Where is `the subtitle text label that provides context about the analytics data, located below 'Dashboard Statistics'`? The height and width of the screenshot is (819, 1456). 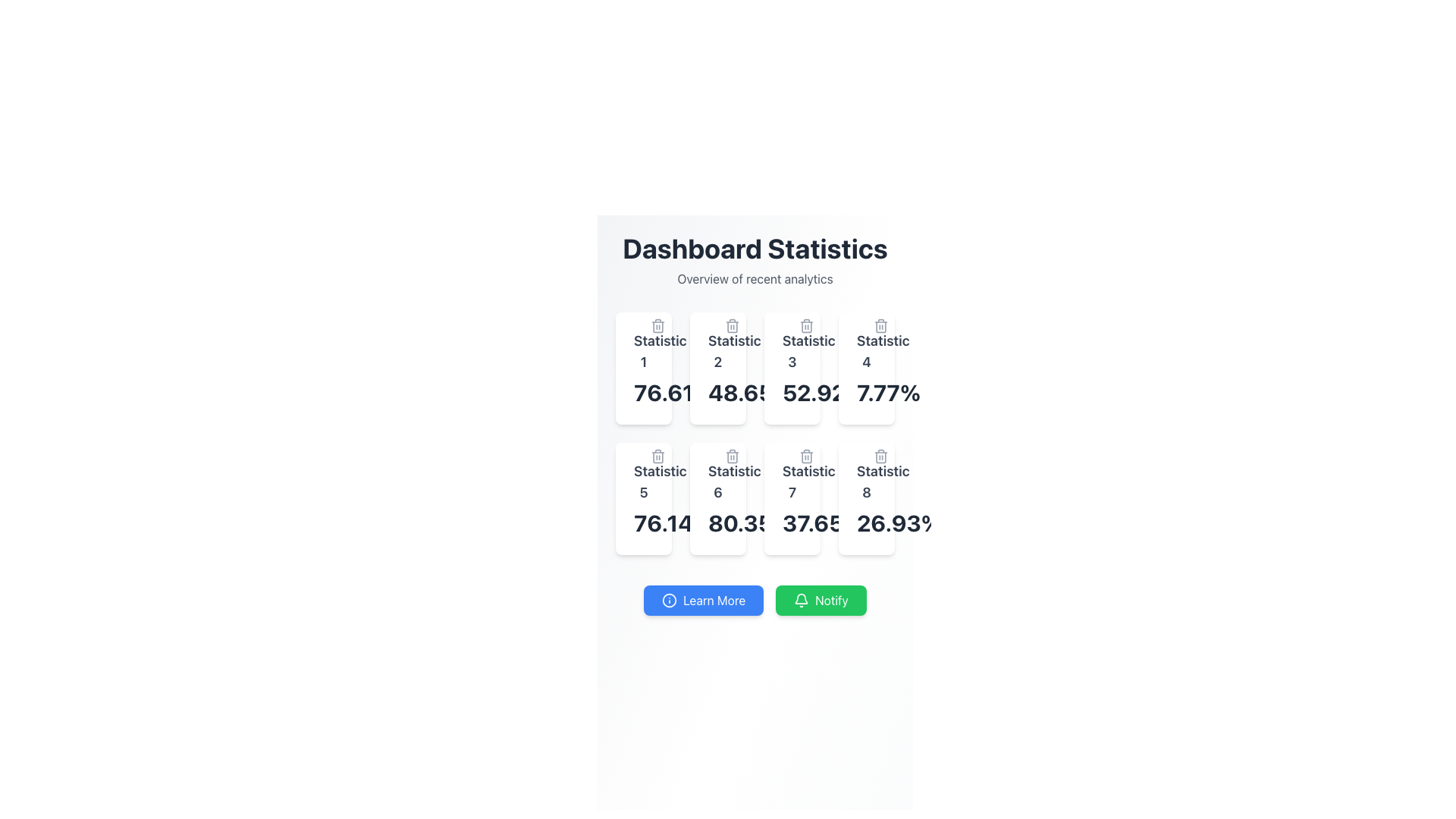 the subtitle text label that provides context about the analytics data, located below 'Dashboard Statistics' is located at coordinates (755, 278).